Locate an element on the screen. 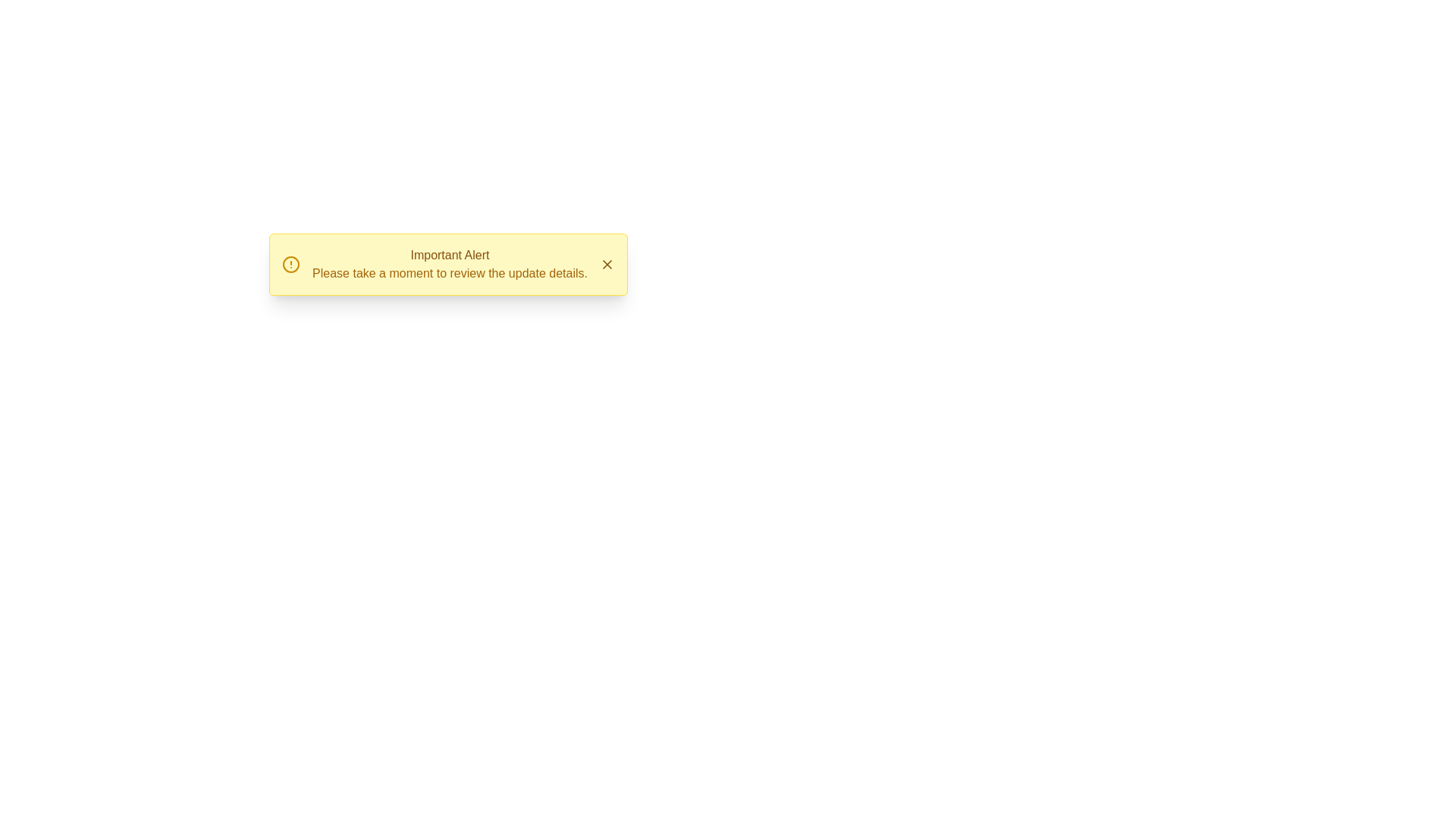 Image resolution: width=1456 pixels, height=819 pixels. the icon to focus on it for further visual details is located at coordinates (291, 263).